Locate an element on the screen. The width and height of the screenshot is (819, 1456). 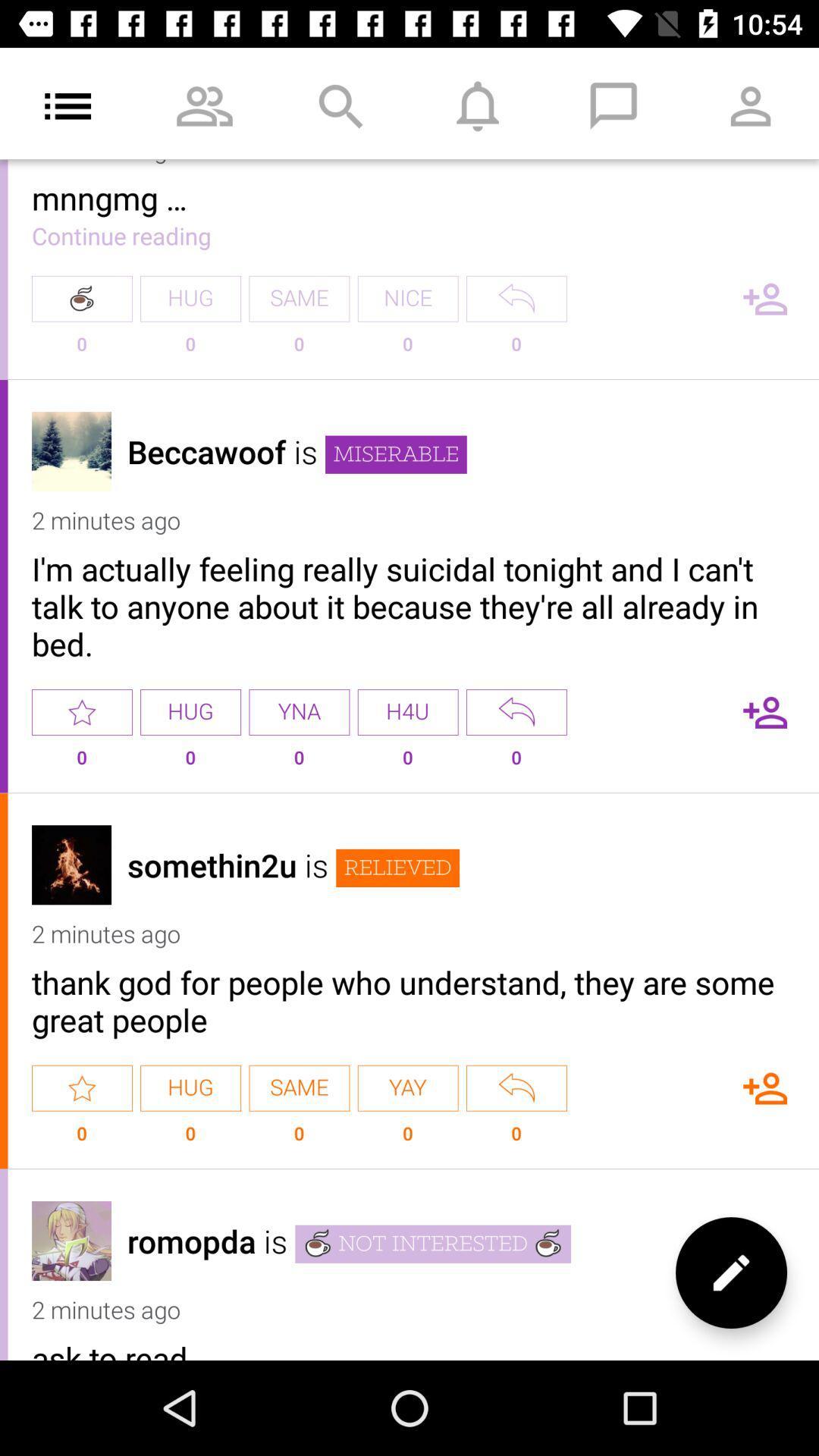
like comment is located at coordinates (82, 1087).